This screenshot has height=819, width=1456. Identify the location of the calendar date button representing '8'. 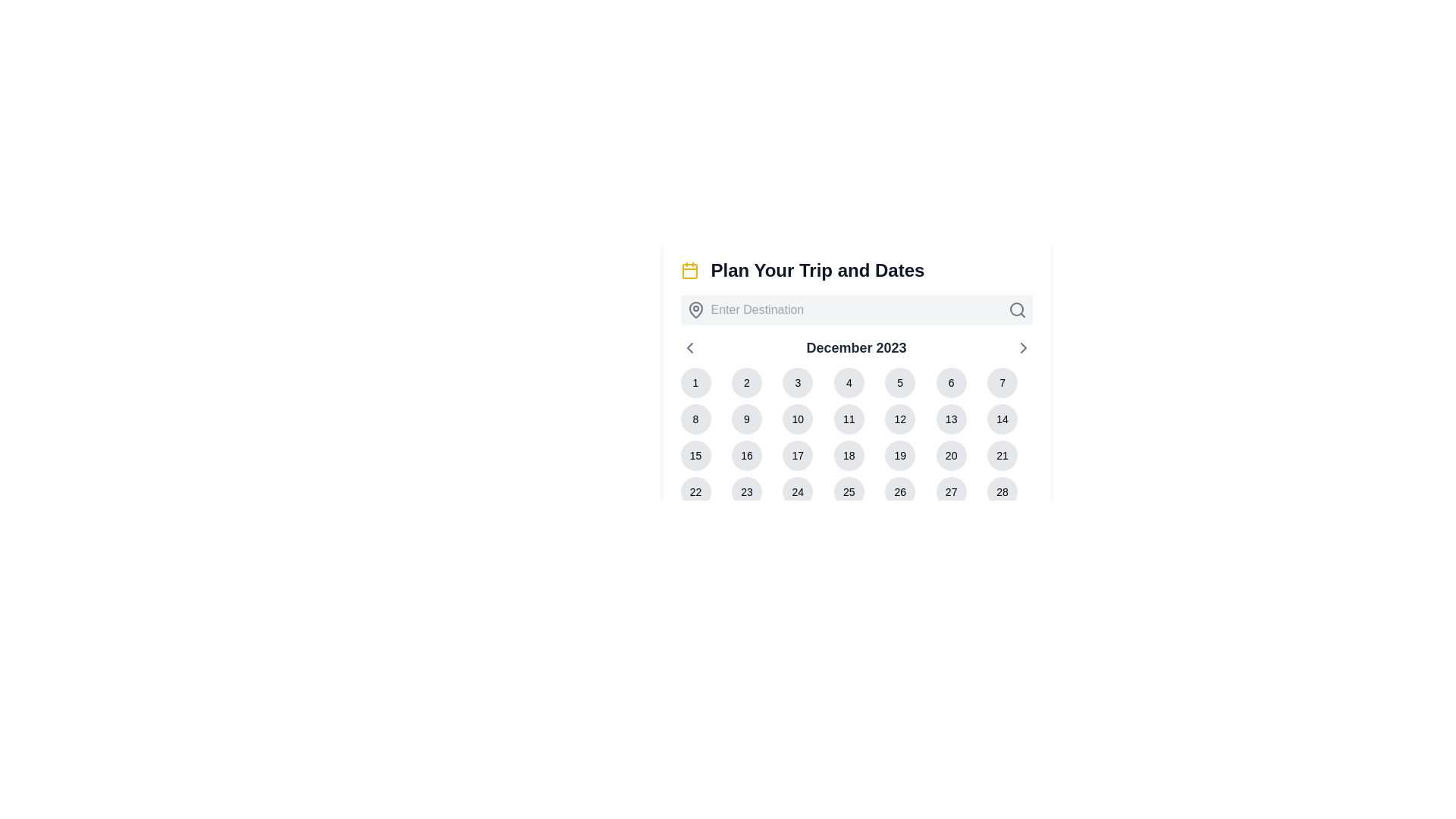
(695, 419).